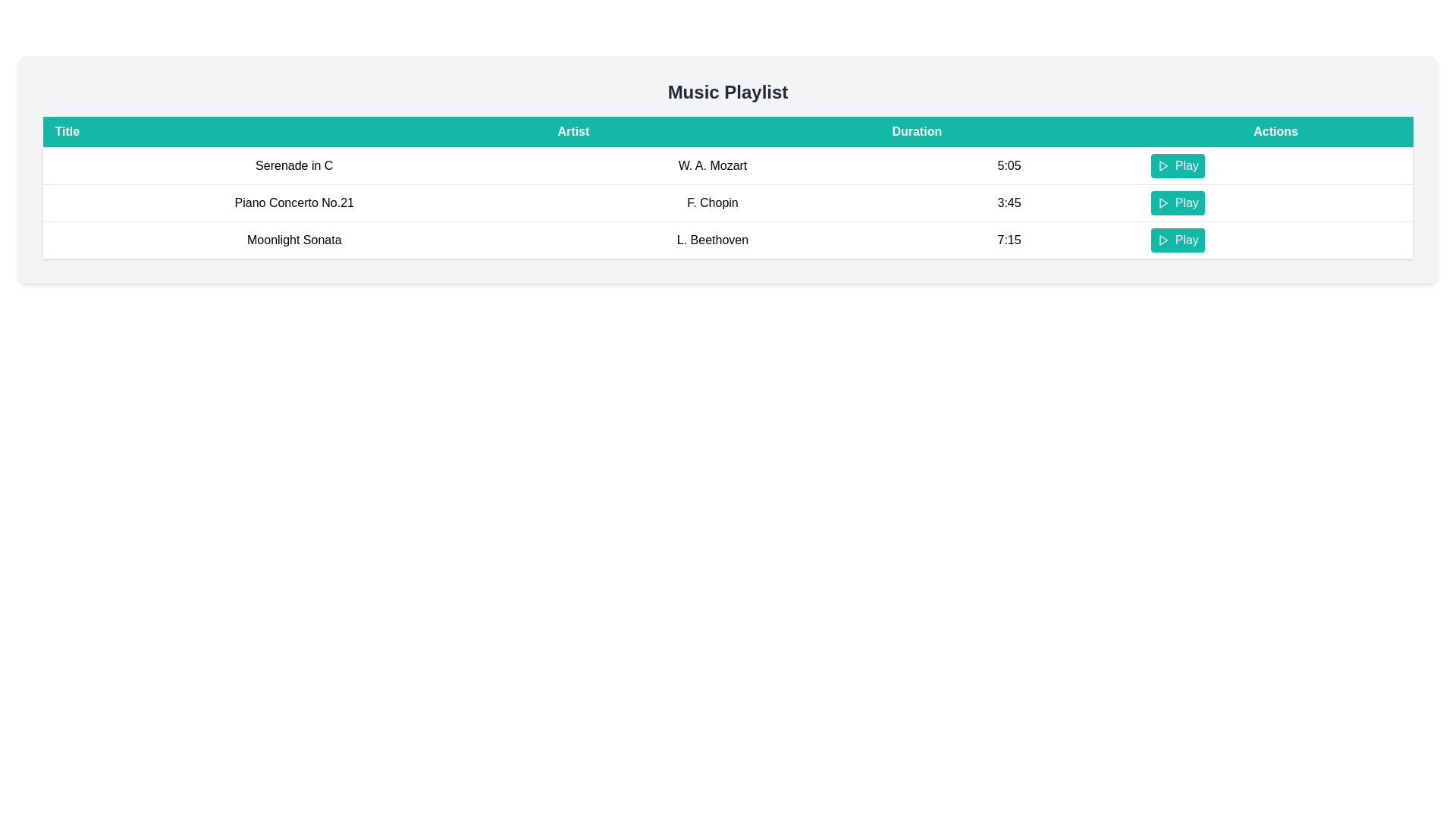 The height and width of the screenshot is (819, 1456). Describe the element at coordinates (294, 166) in the screenshot. I see `the text label displaying the title of the musical composition in the first row and first column of the playlist table` at that location.